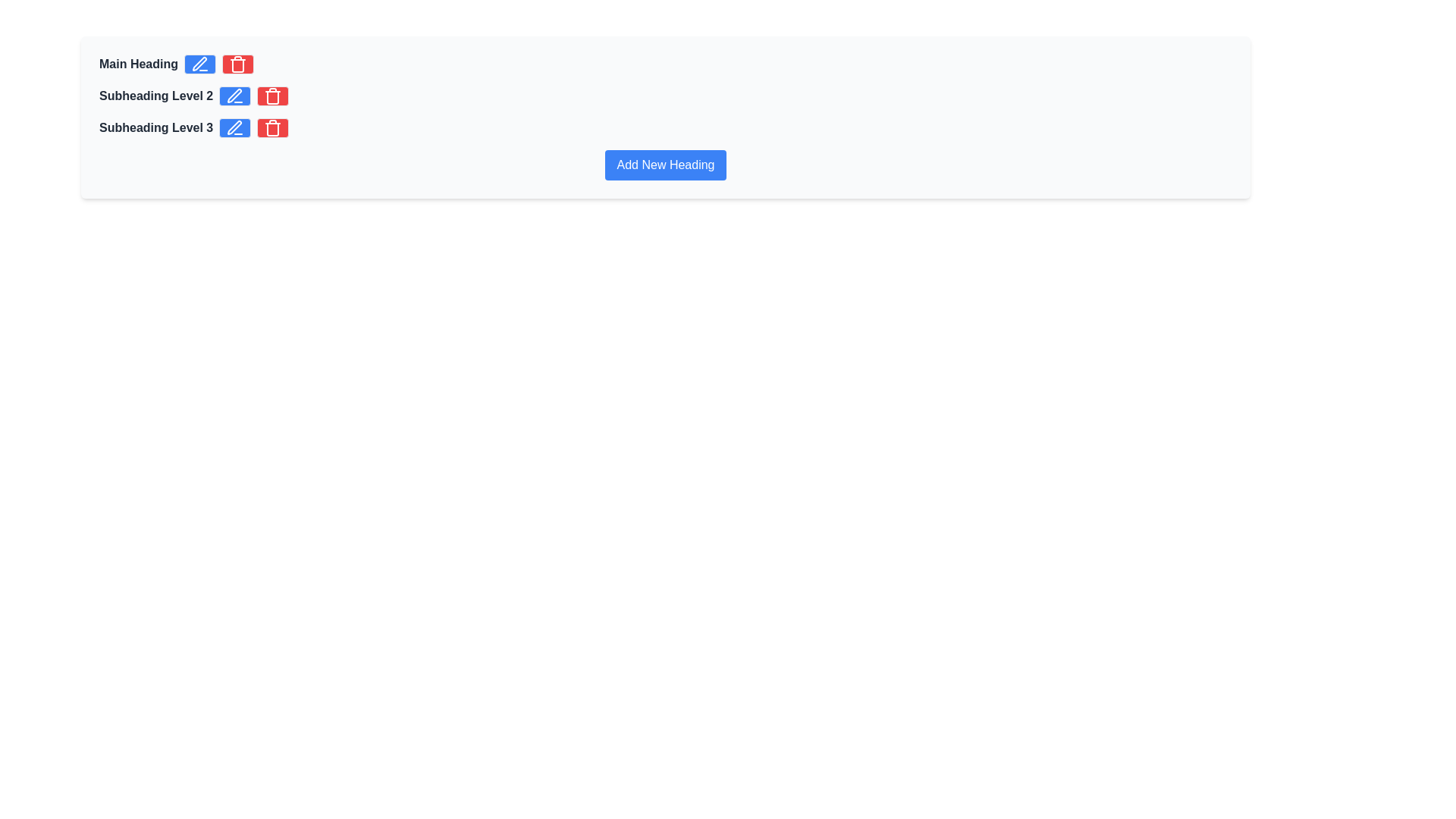 Image resolution: width=1456 pixels, height=819 pixels. I want to click on the blue button with a round edge and a white pen icon located to the right of 'Subheading Level 3', so click(234, 127).